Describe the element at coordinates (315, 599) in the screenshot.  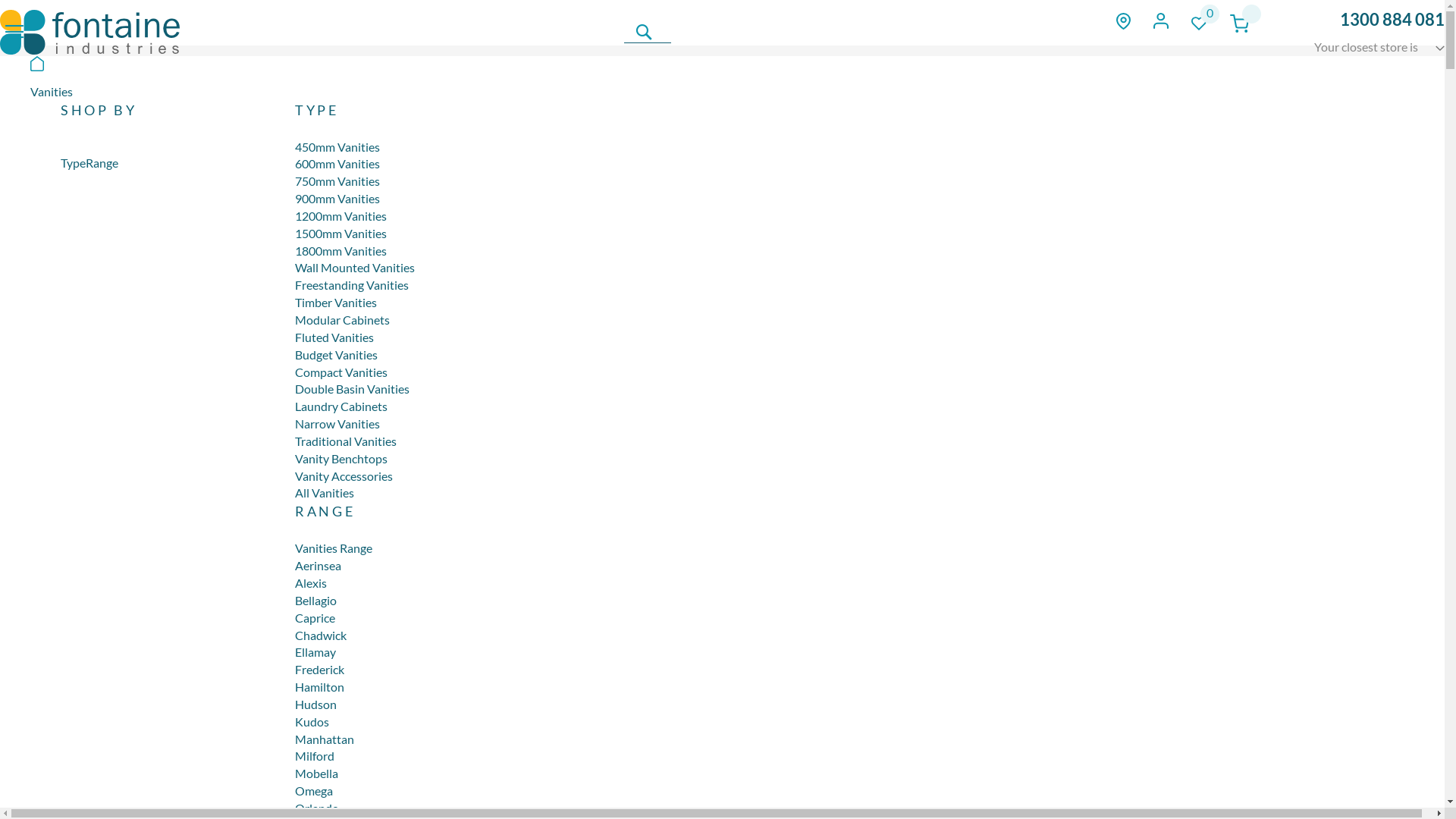
I see `'Bellagio'` at that location.